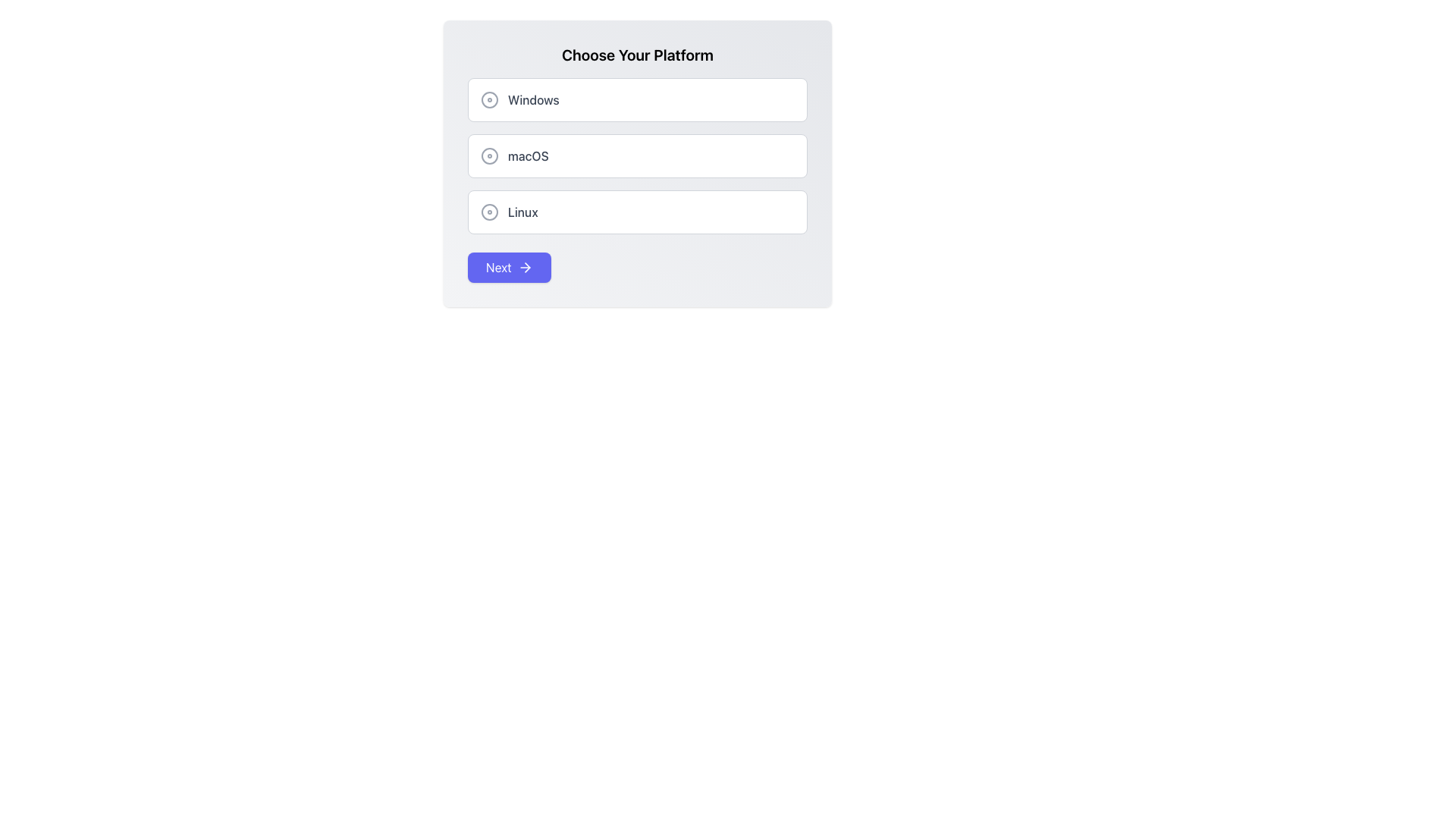 Image resolution: width=1456 pixels, height=819 pixels. Describe the element at coordinates (490, 99) in the screenshot. I see `the Decorative icon (circular graphic) which is a gray outlined circular shape located to the left of the text 'Windows'` at that location.